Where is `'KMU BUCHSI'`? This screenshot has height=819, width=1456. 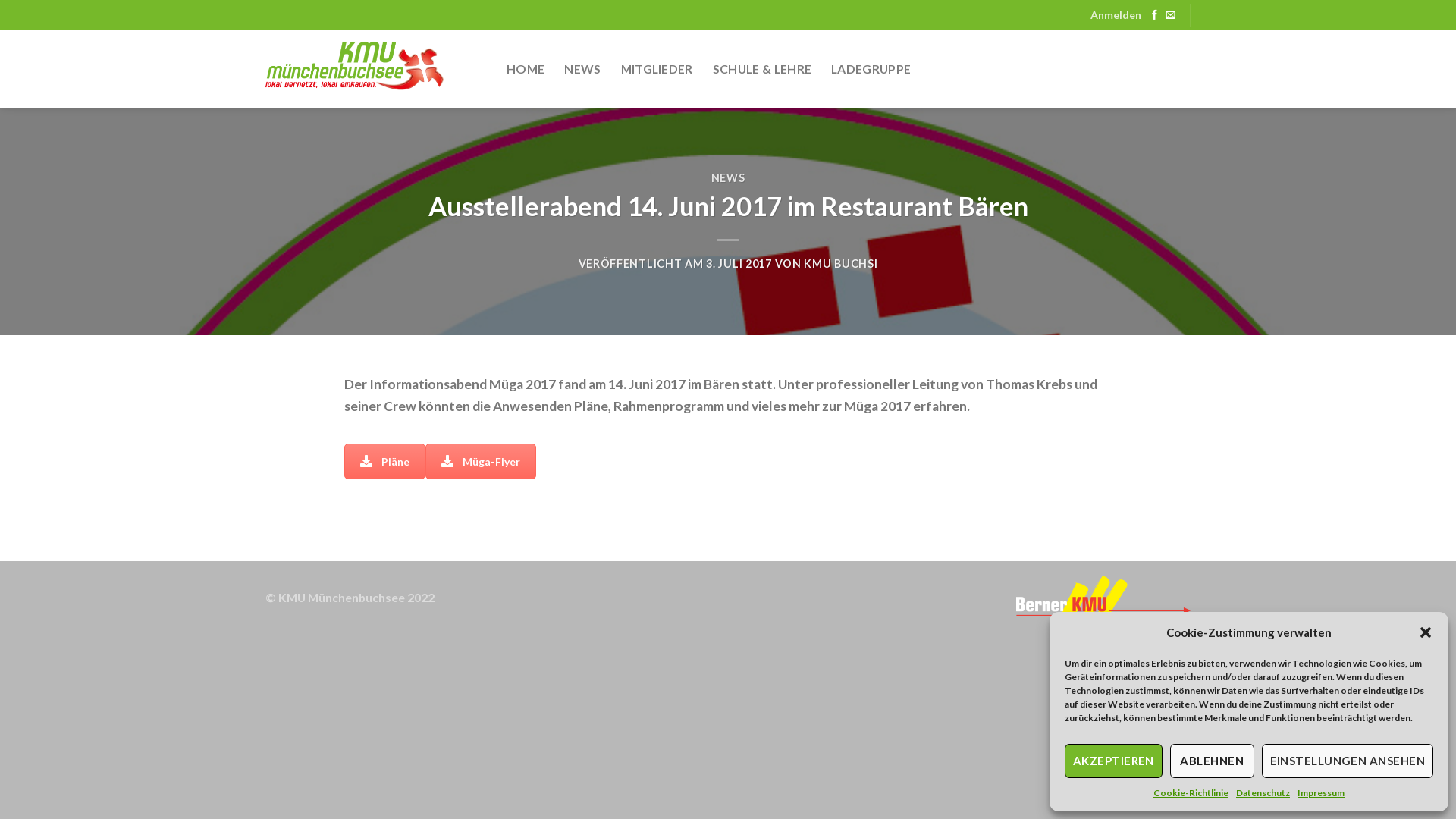
'KMU BUCHSI' is located at coordinates (839, 262).